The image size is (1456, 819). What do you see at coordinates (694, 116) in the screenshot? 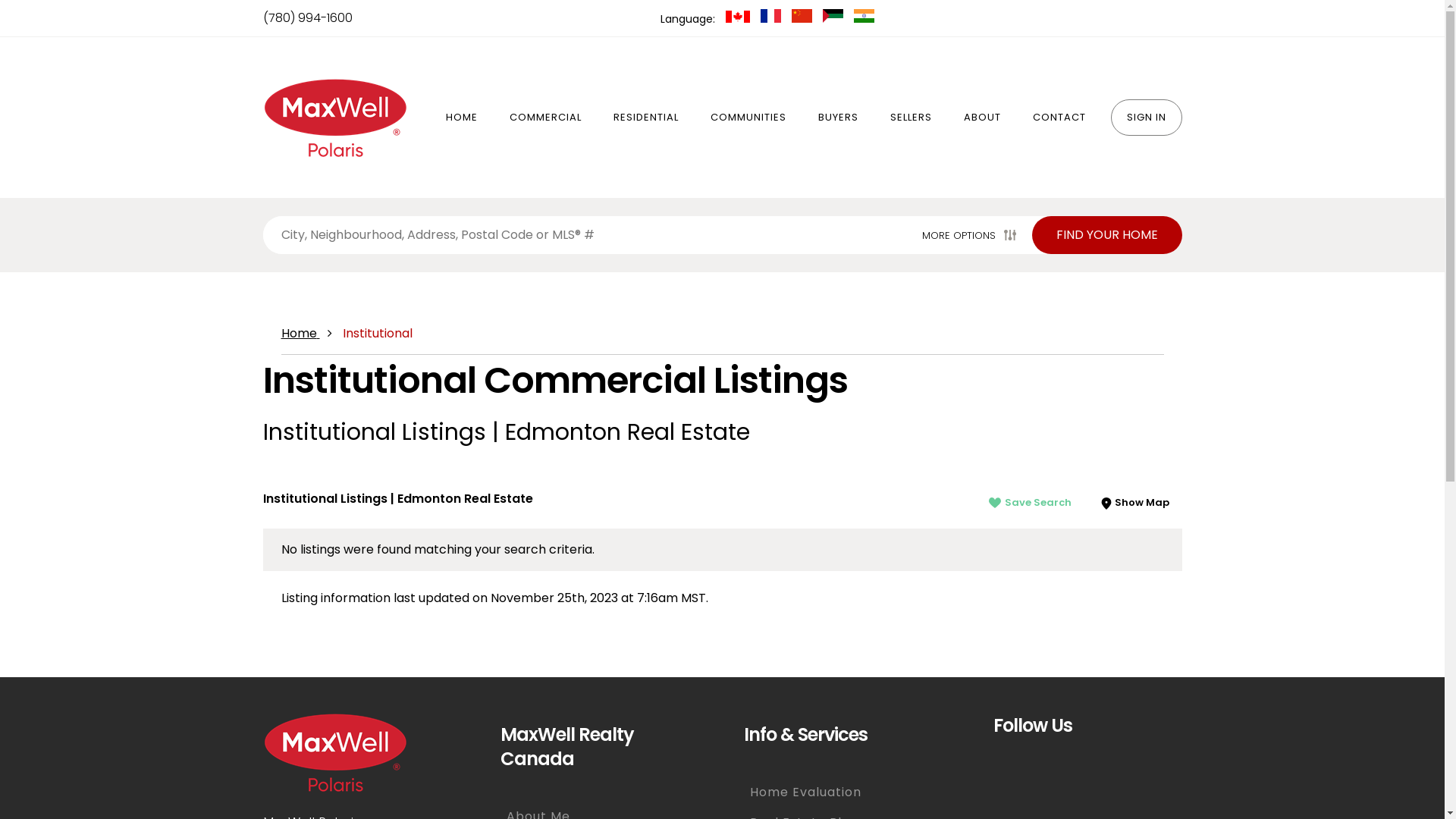
I see `'COMMUNITIES'` at bounding box center [694, 116].